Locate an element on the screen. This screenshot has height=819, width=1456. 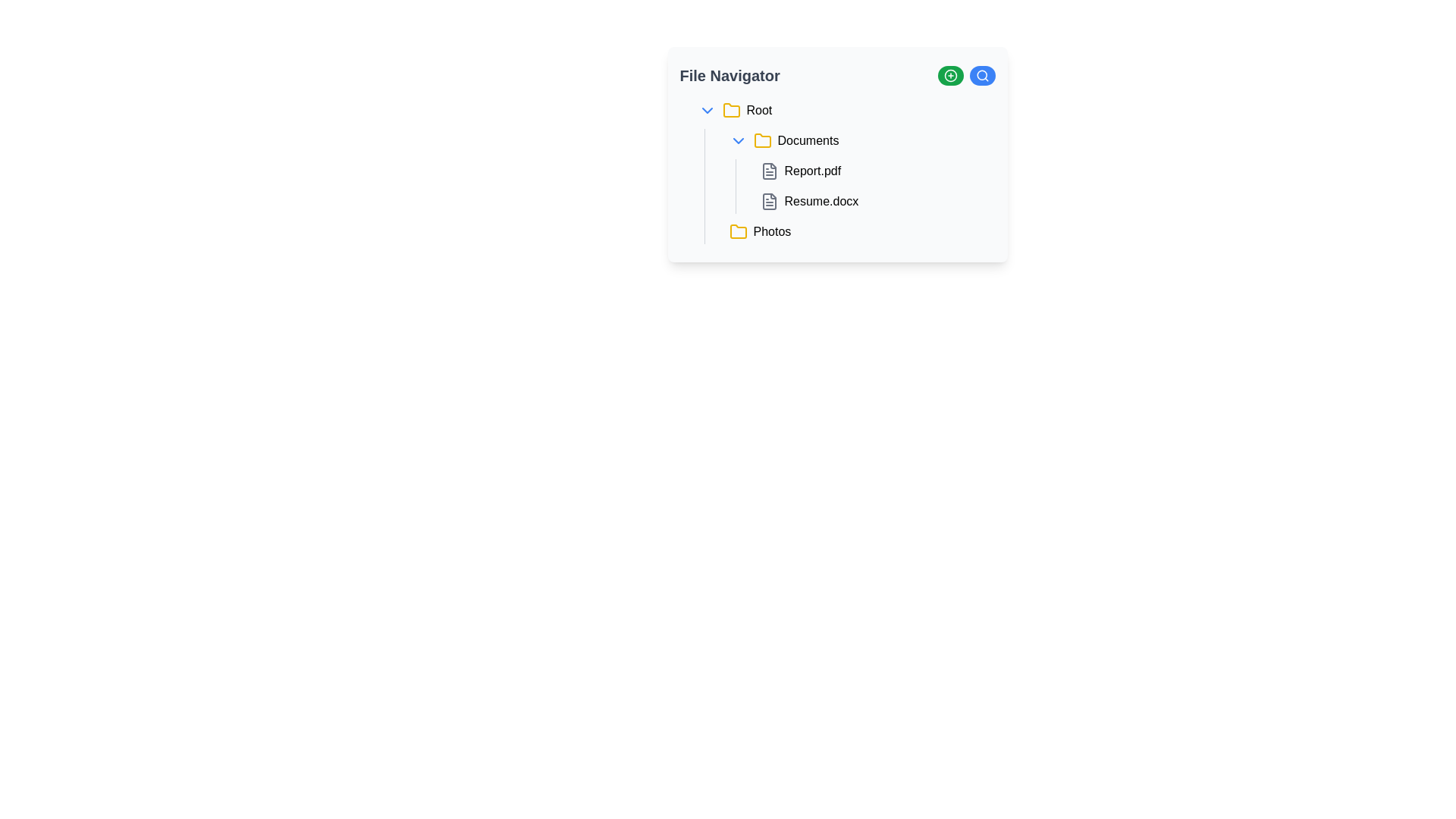
the 'Resume.docx' file name label in the file explorer to trigger a tooltip or highlight is located at coordinates (821, 201).